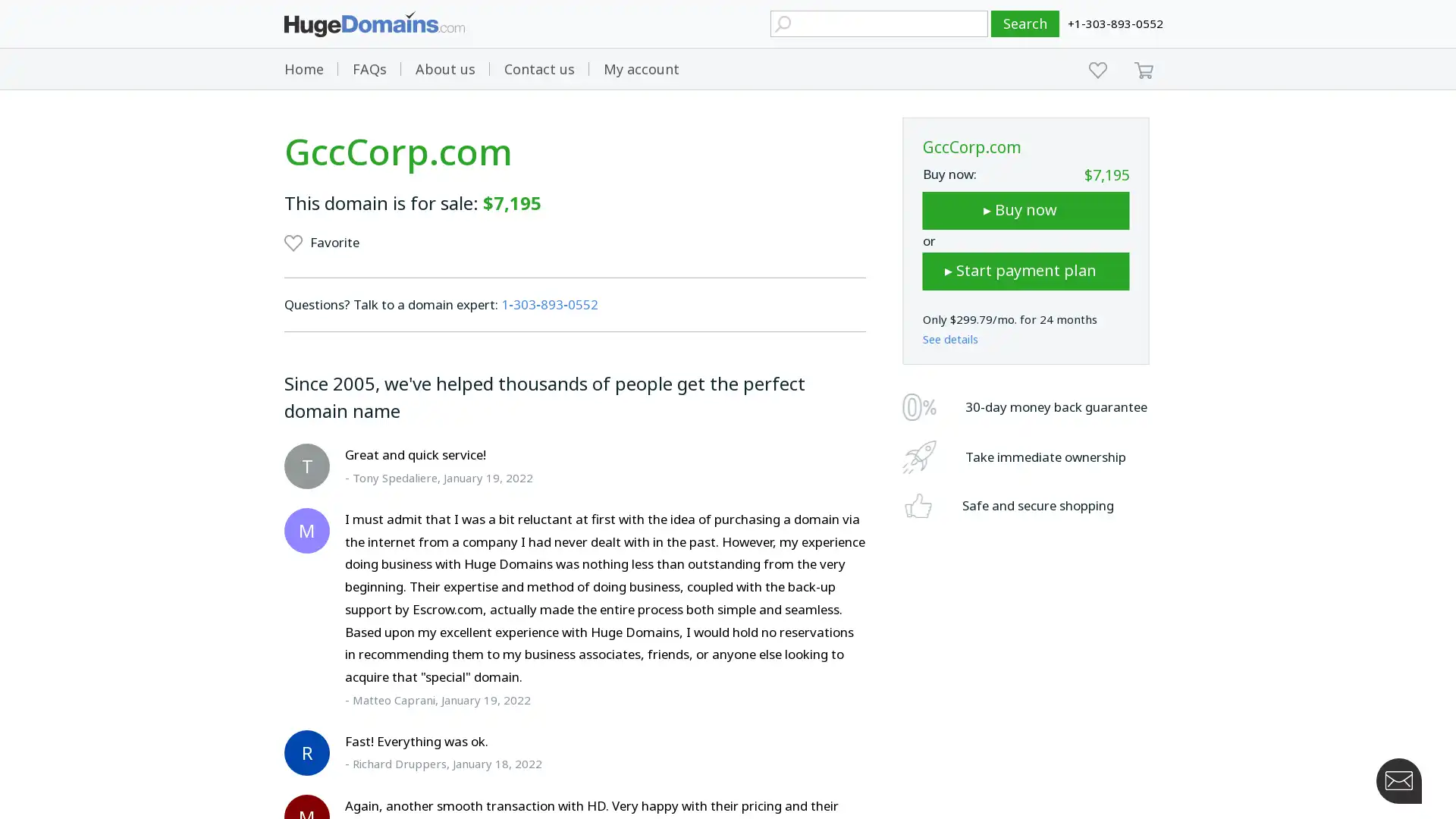  What do you see at coordinates (1025, 24) in the screenshot?
I see `Search` at bounding box center [1025, 24].